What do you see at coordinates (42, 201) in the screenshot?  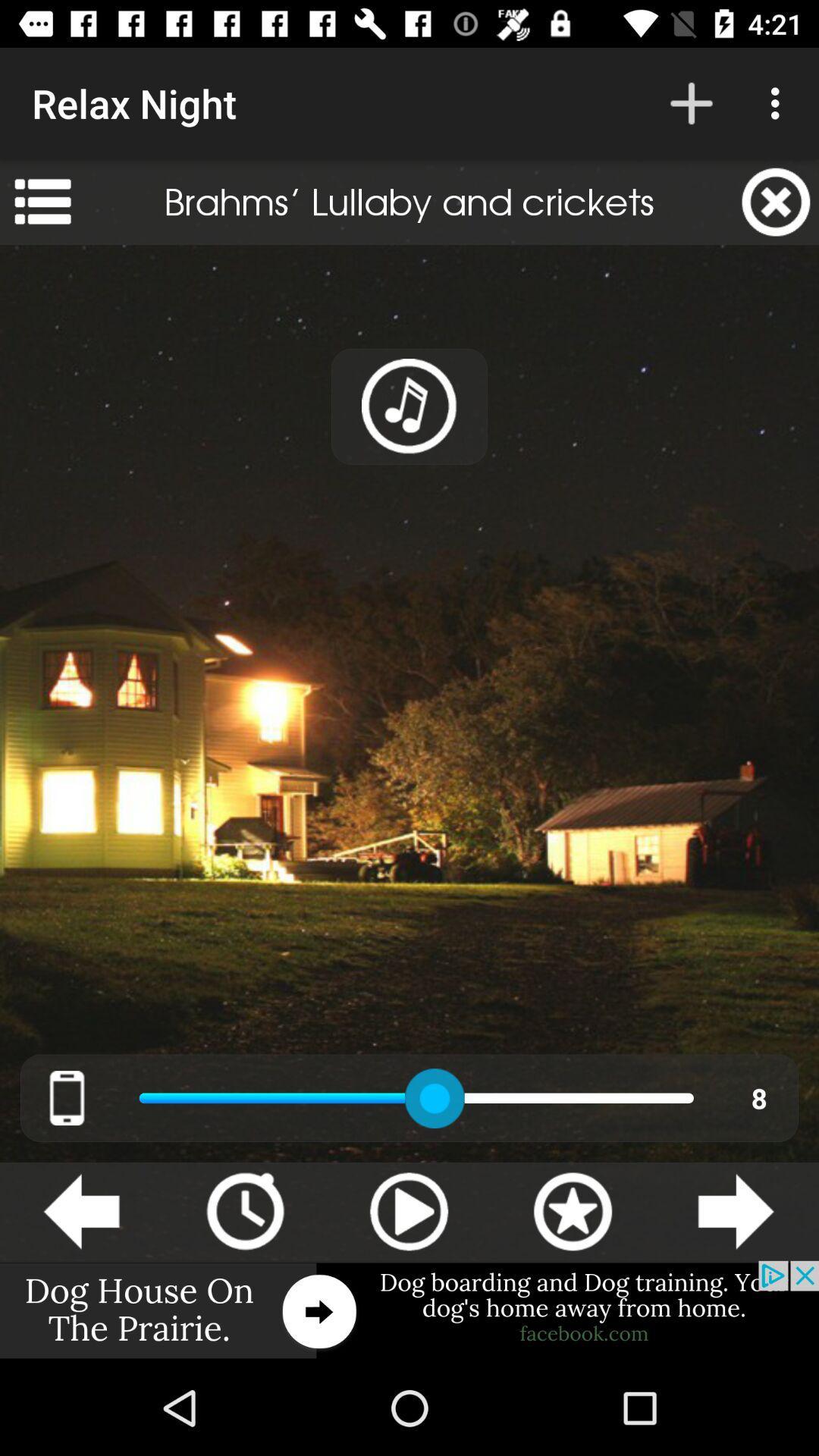 I see `app next to the brahms lullaby and item` at bounding box center [42, 201].